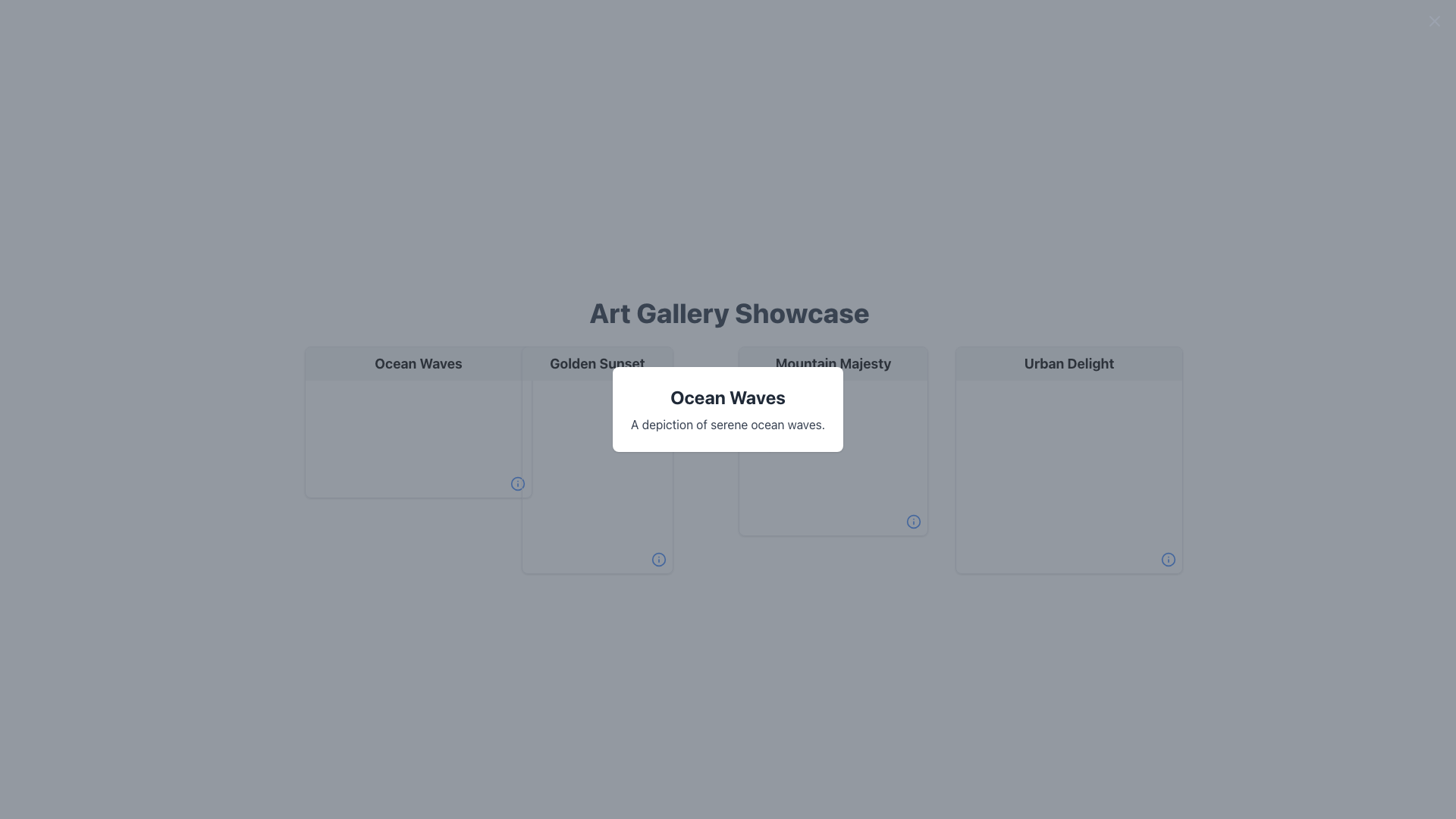 This screenshot has height=819, width=1456. Describe the element at coordinates (517, 483) in the screenshot. I see `the circular blue 'info' icon button located at the bottom-right corner of the 'Ocean Waves' card` at that location.